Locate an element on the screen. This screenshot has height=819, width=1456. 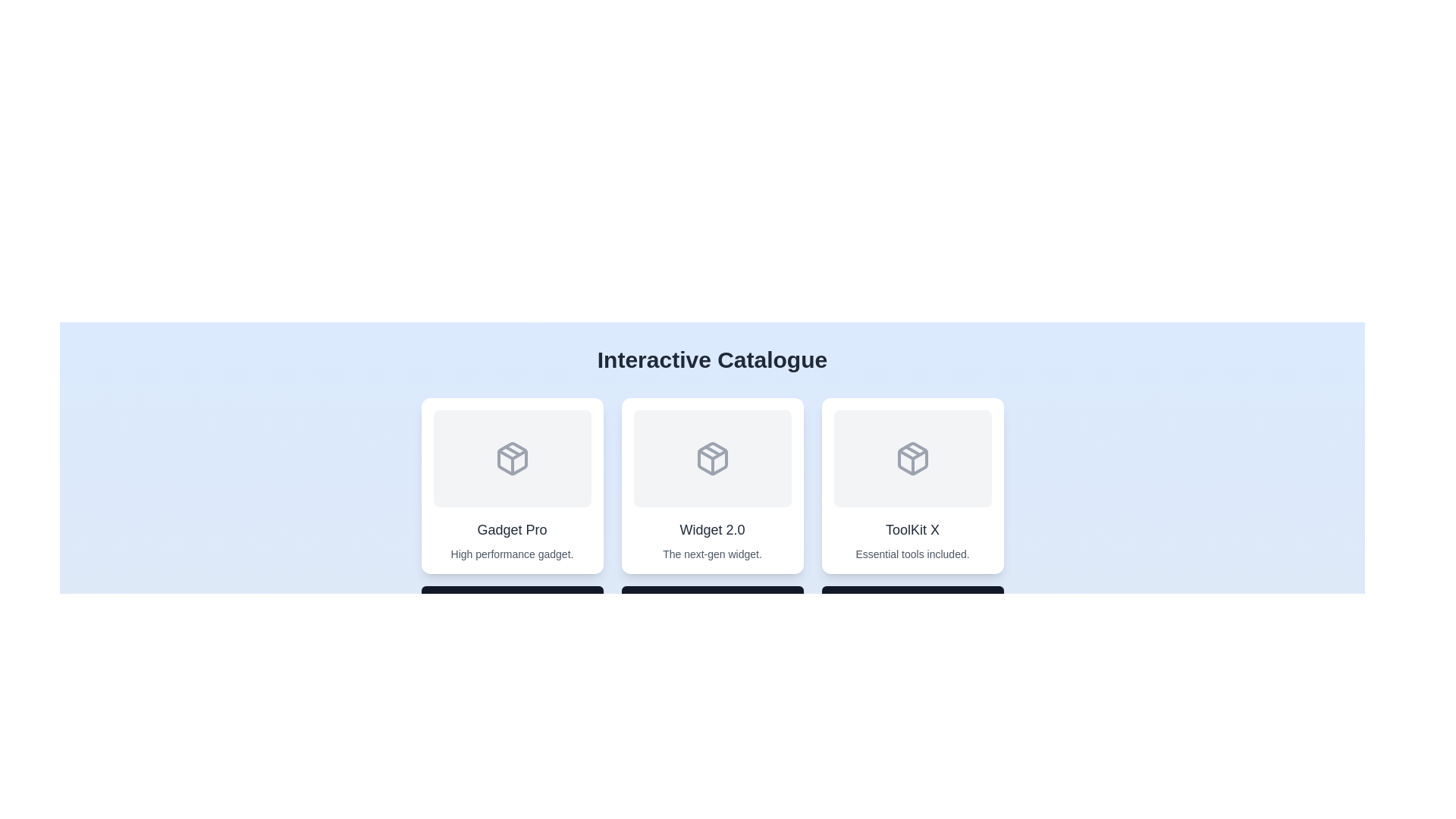
the 'Gadget Pro' icon located within the first card of the 'Interactive Catalogue' layout is located at coordinates (512, 458).